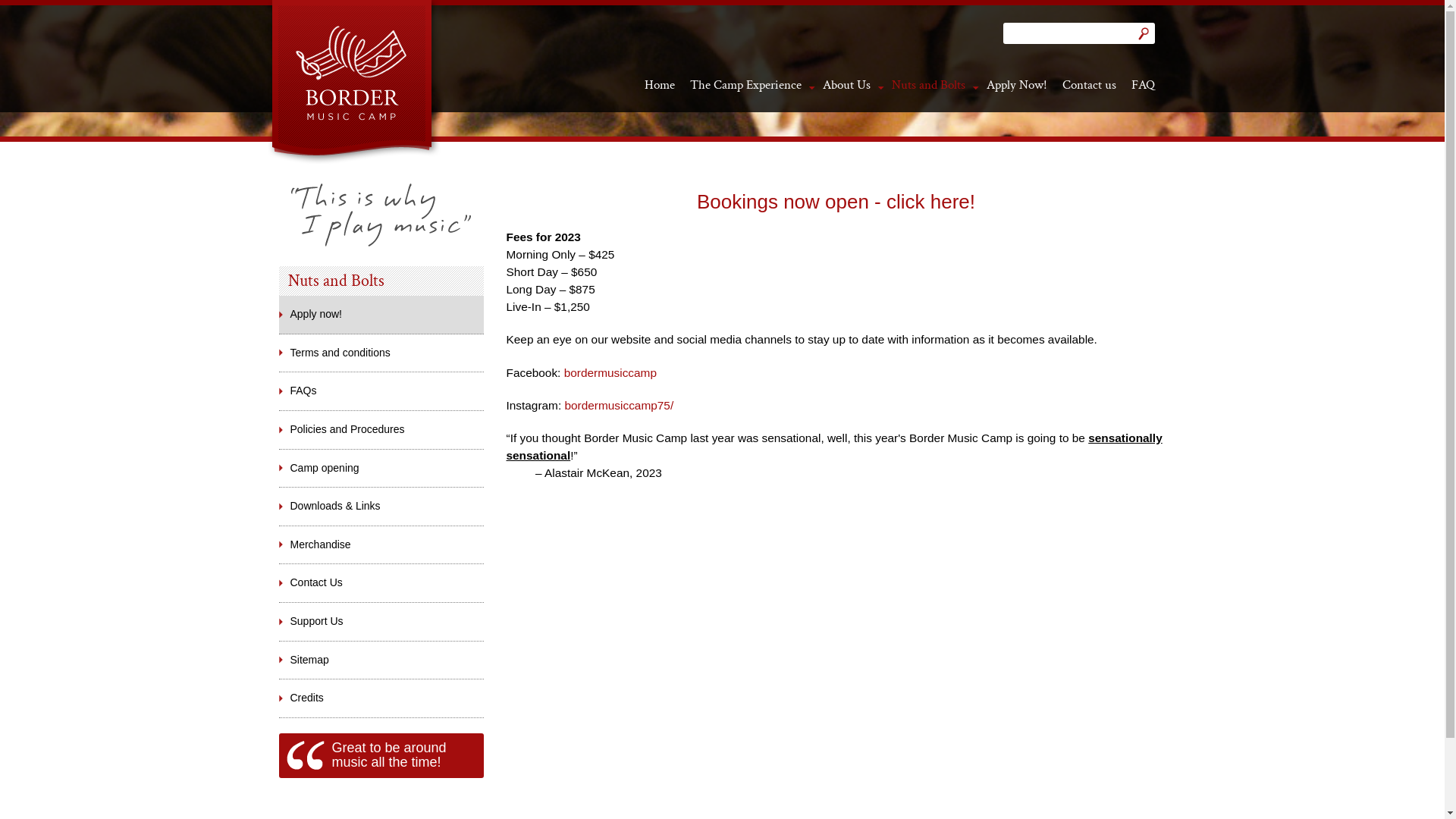  What do you see at coordinates (845, 84) in the screenshot?
I see `'About Us'` at bounding box center [845, 84].